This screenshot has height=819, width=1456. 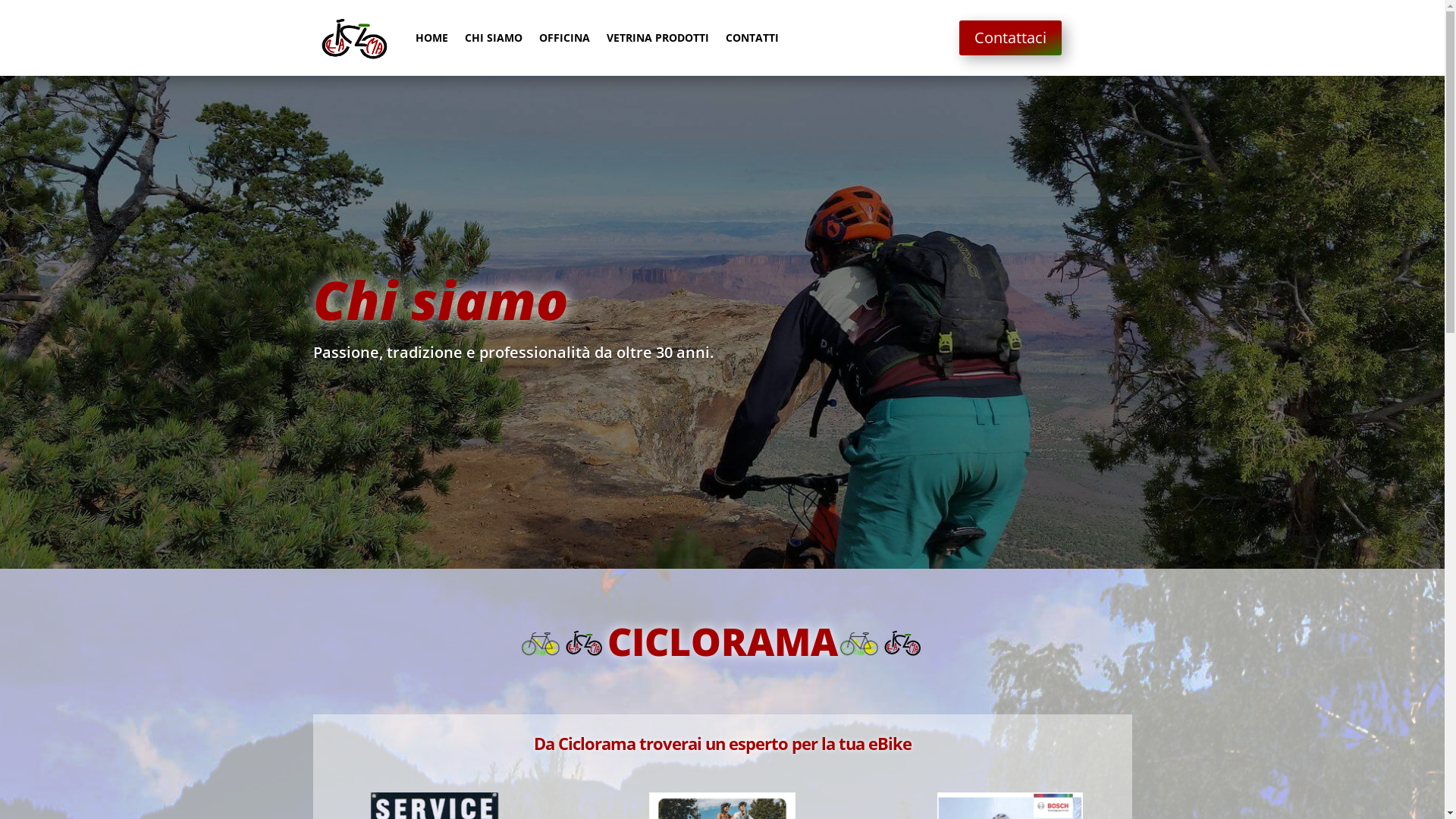 What do you see at coordinates (415, 37) in the screenshot?
I see `'HOME'` at bounding box center [415, 37].